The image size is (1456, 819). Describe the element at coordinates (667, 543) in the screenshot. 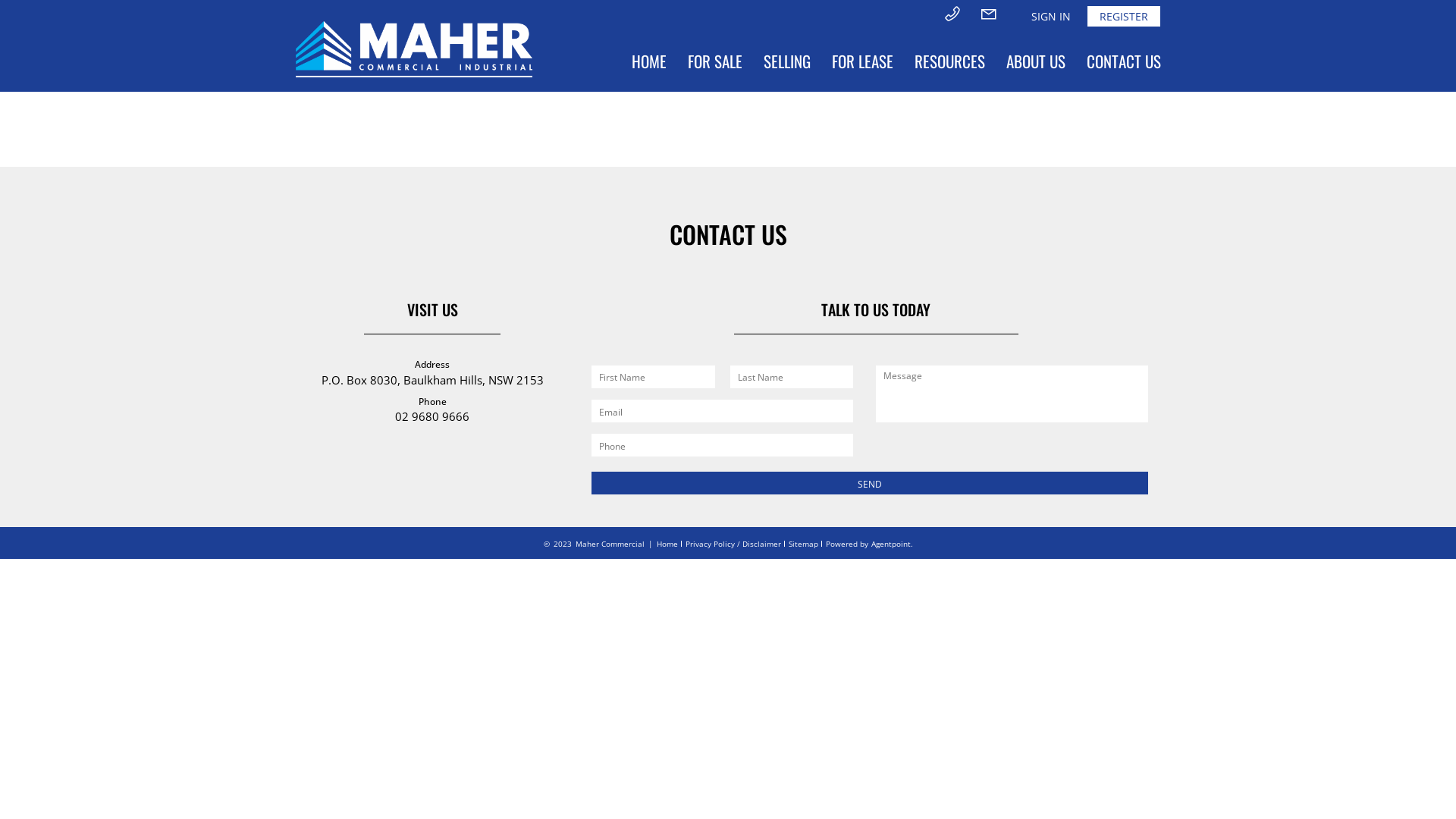

I see `'Home'` at that location.